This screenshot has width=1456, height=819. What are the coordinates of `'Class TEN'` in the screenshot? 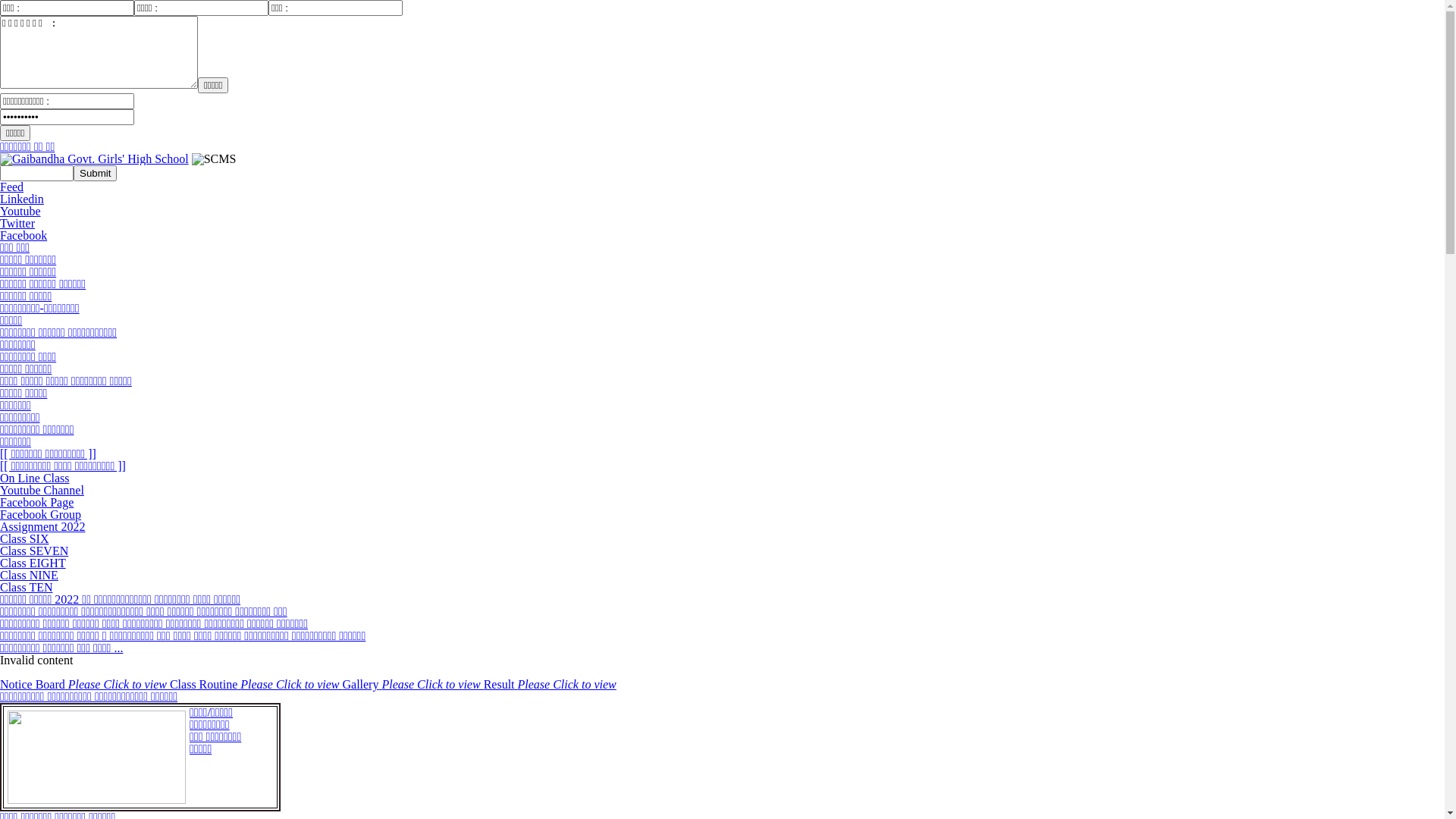 It's located at (26, 586).